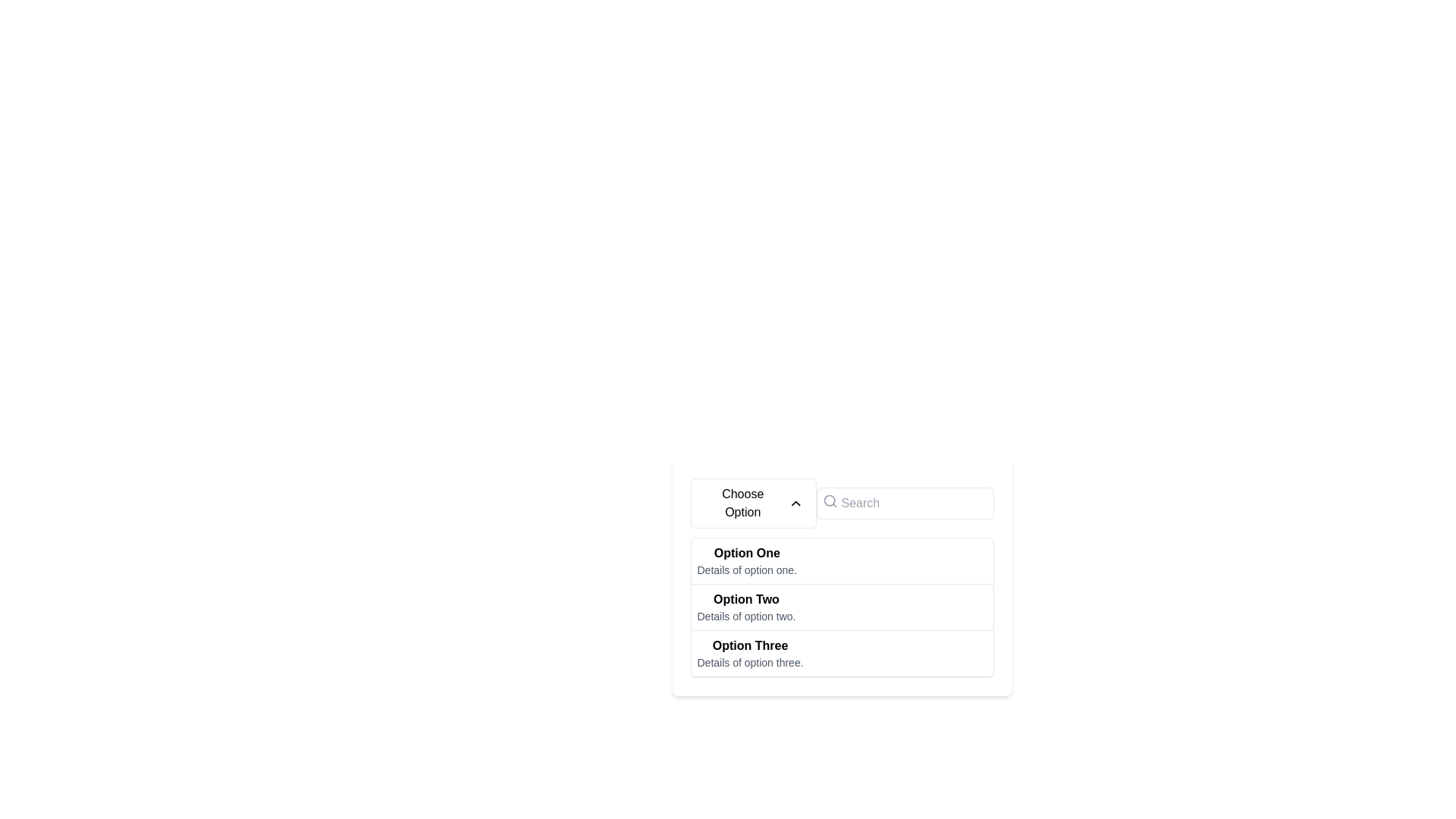 This screenshot has height=819, width=1456. What do you see at coordinates (753, 503) in the screenshot?
I see `the 'Choose Option' button, which is a rectangular dropdown trigger with rounded corners and an upward chevron, located in the top-left part of the dropdown menu` at bounding box center [753, 503].